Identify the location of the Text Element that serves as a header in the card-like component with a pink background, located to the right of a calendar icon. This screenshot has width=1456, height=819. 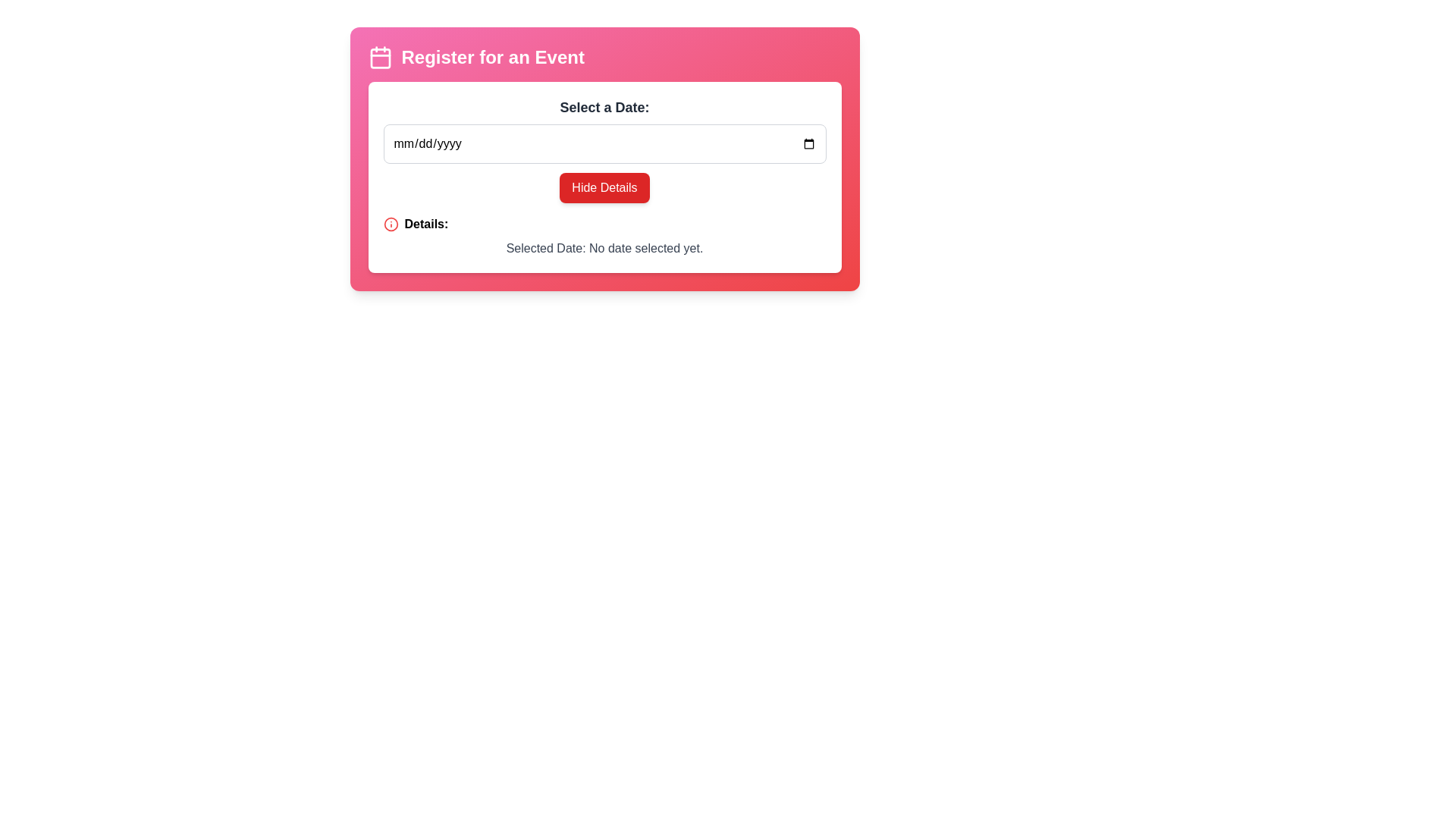
(493, 57).